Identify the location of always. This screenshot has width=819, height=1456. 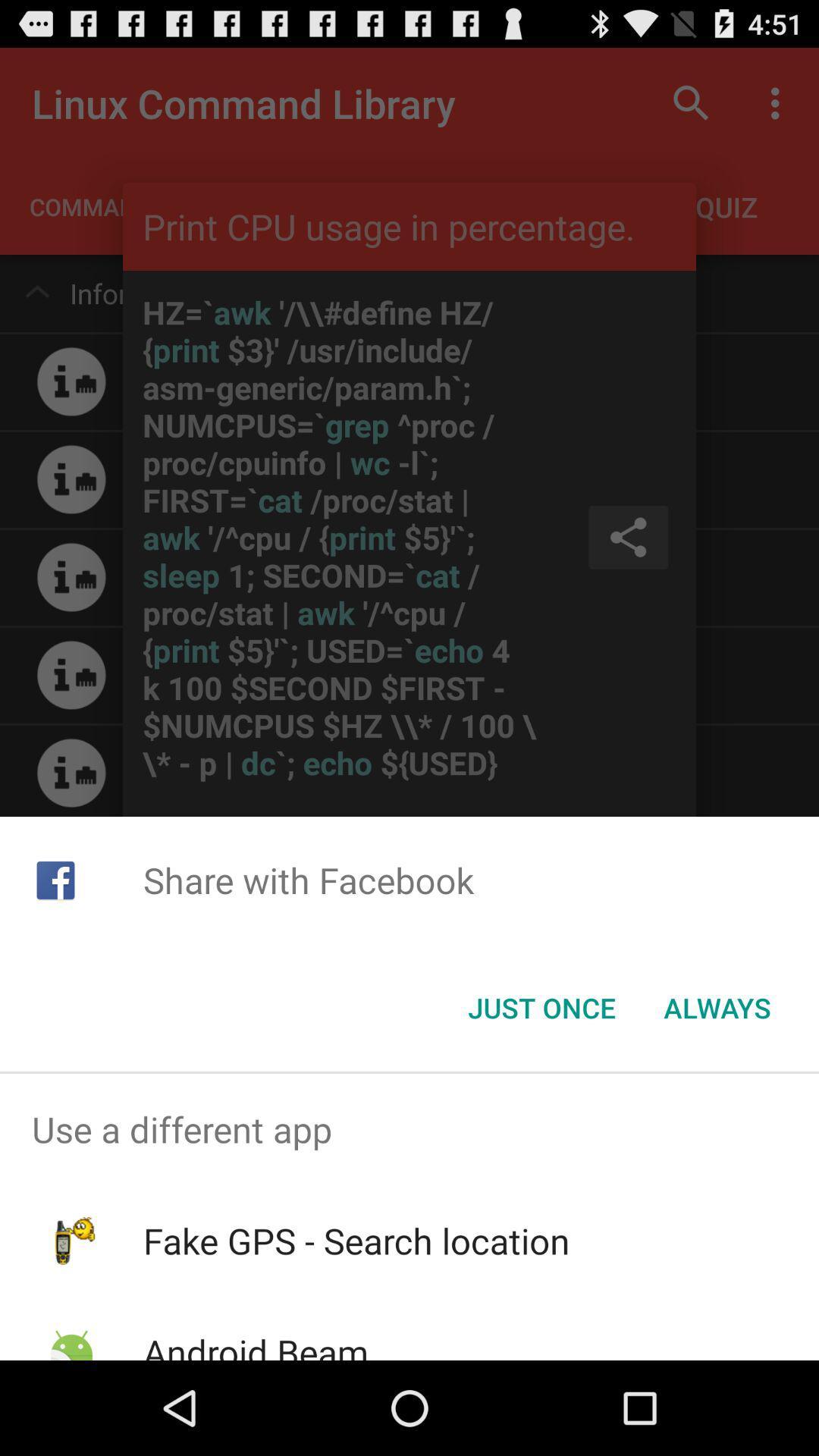
(717, 1008).